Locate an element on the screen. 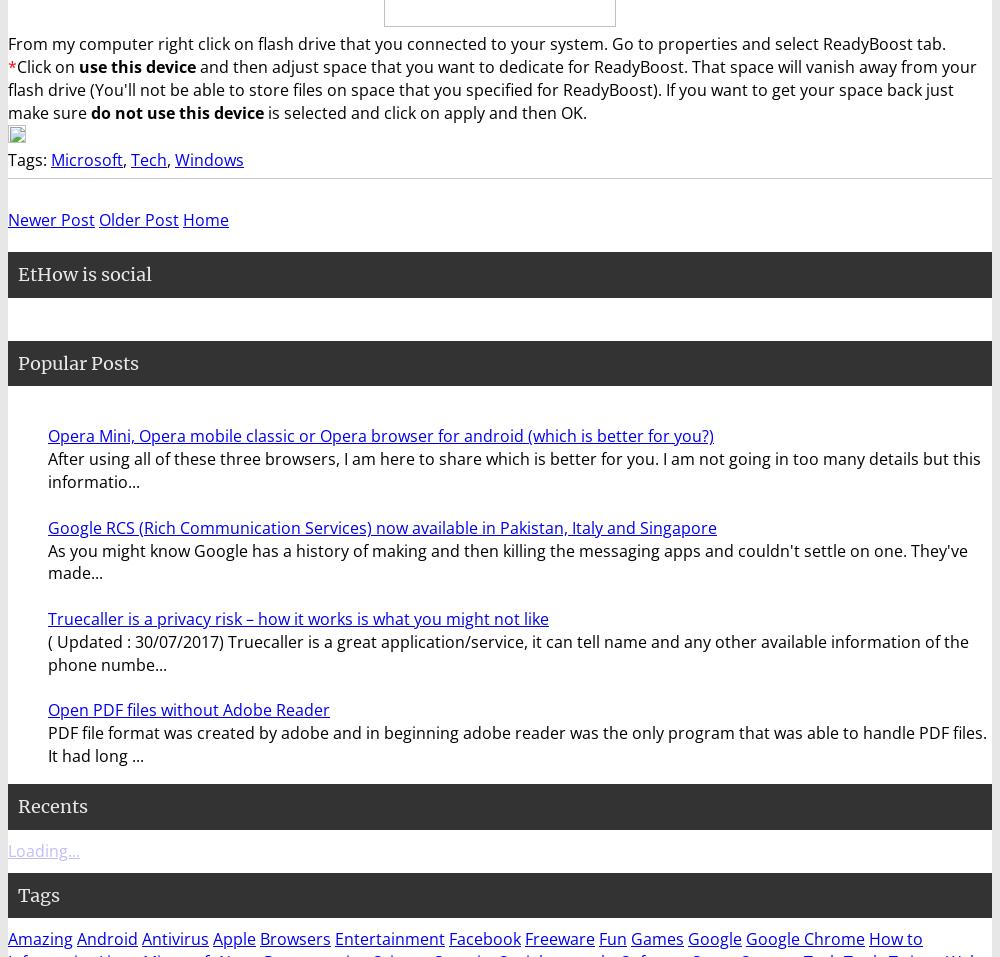 This screenshot has height=957, width=1000. 'Google Chrome' is located at coordinates (805, 939).